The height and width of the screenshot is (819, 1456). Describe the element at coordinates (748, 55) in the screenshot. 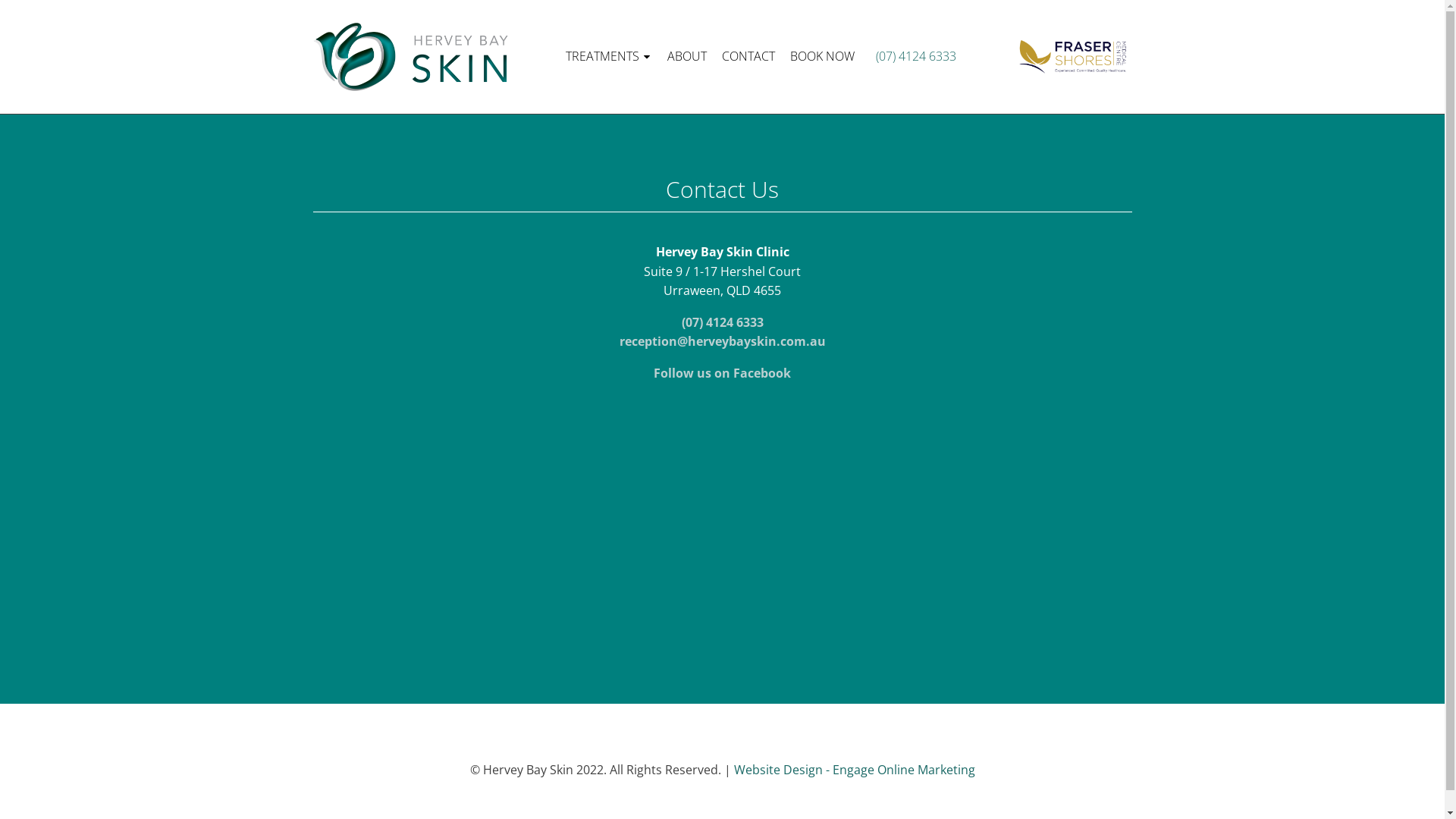

I see `'CONTACT'` at that location.